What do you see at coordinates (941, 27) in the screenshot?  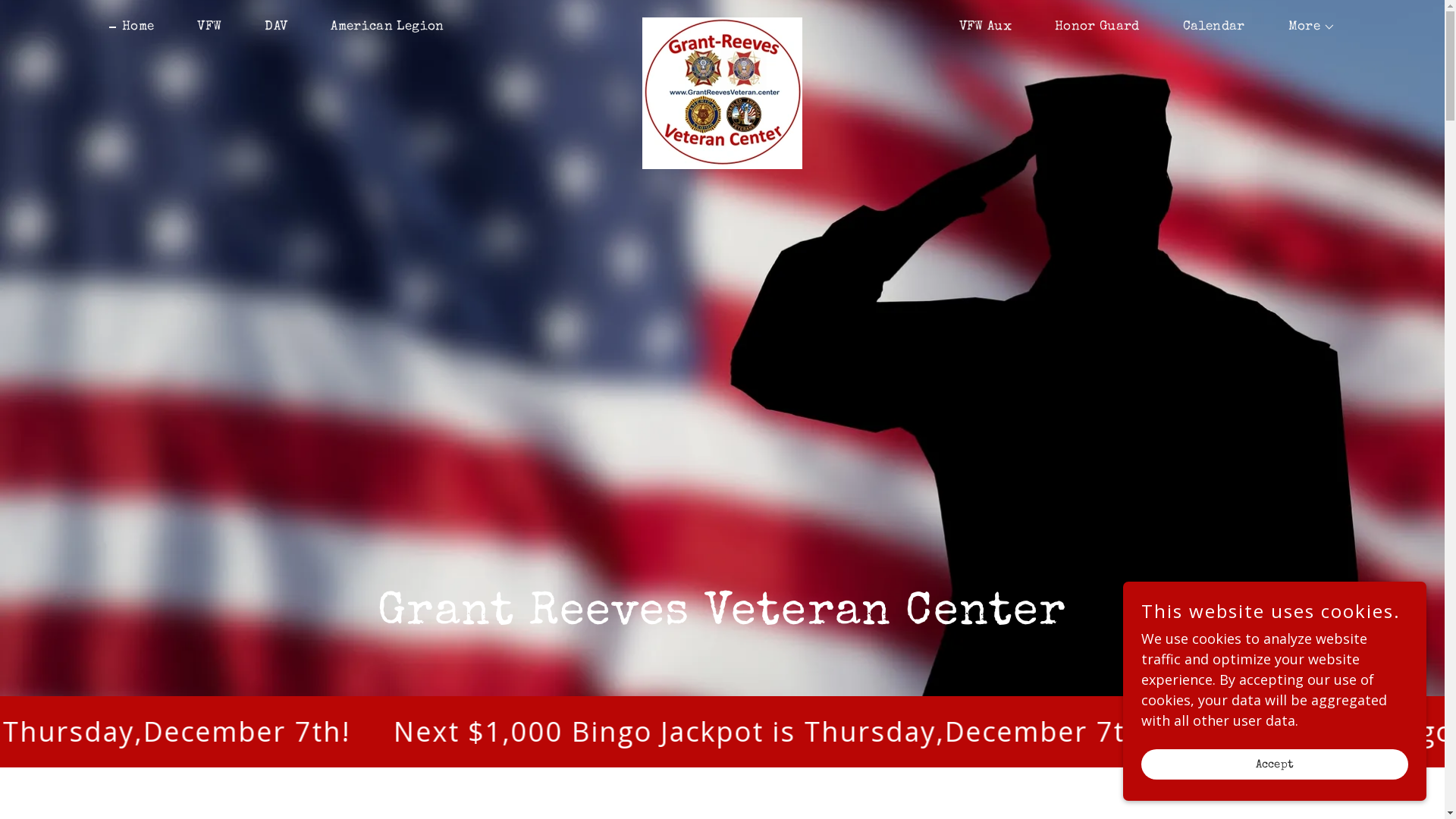 I see `'VFW Aux'` at bounding box center [941, 27].